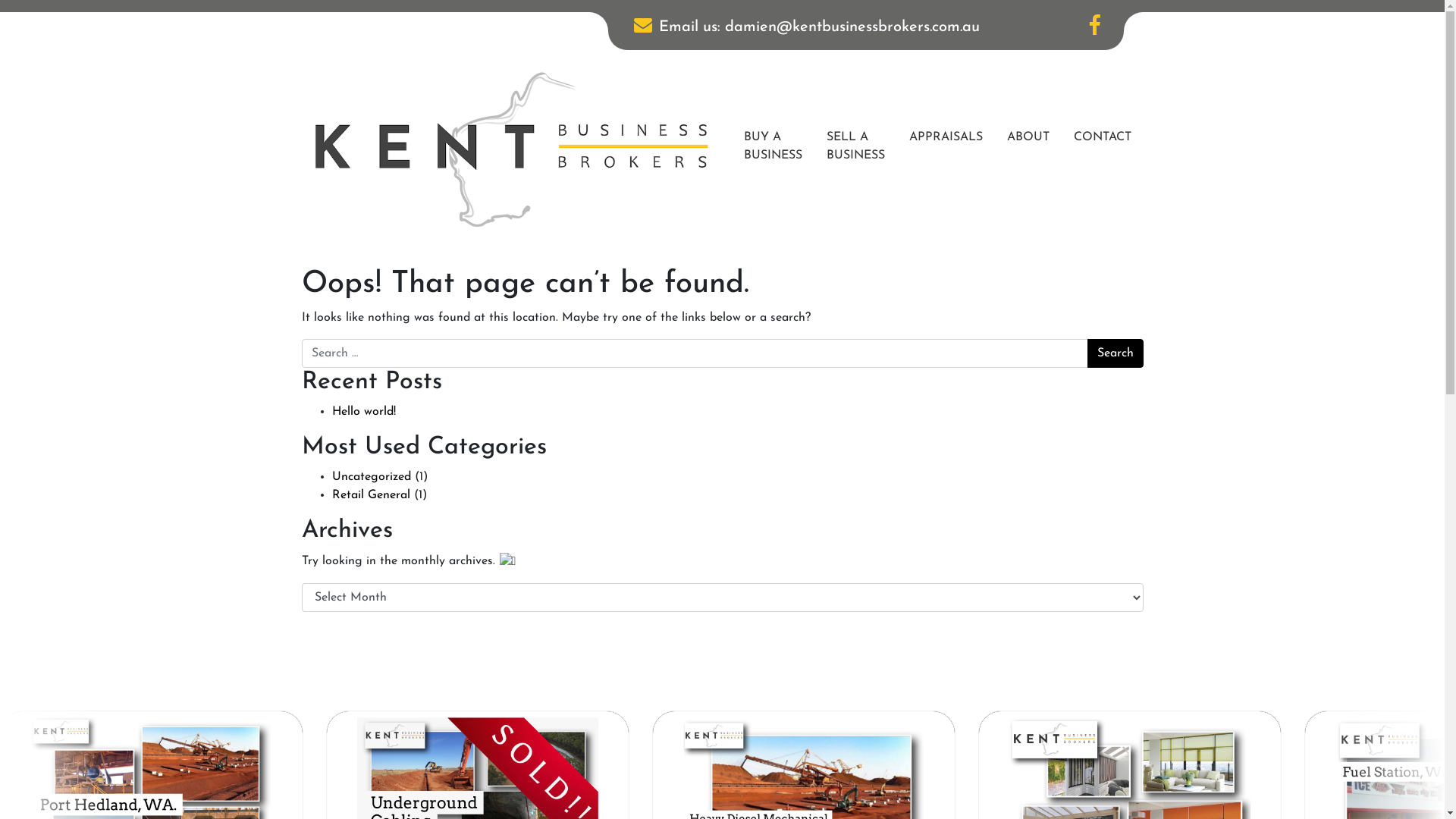 This screenshot has height=819, width=1456. I want to click on 'Search', so click(1087, 353).